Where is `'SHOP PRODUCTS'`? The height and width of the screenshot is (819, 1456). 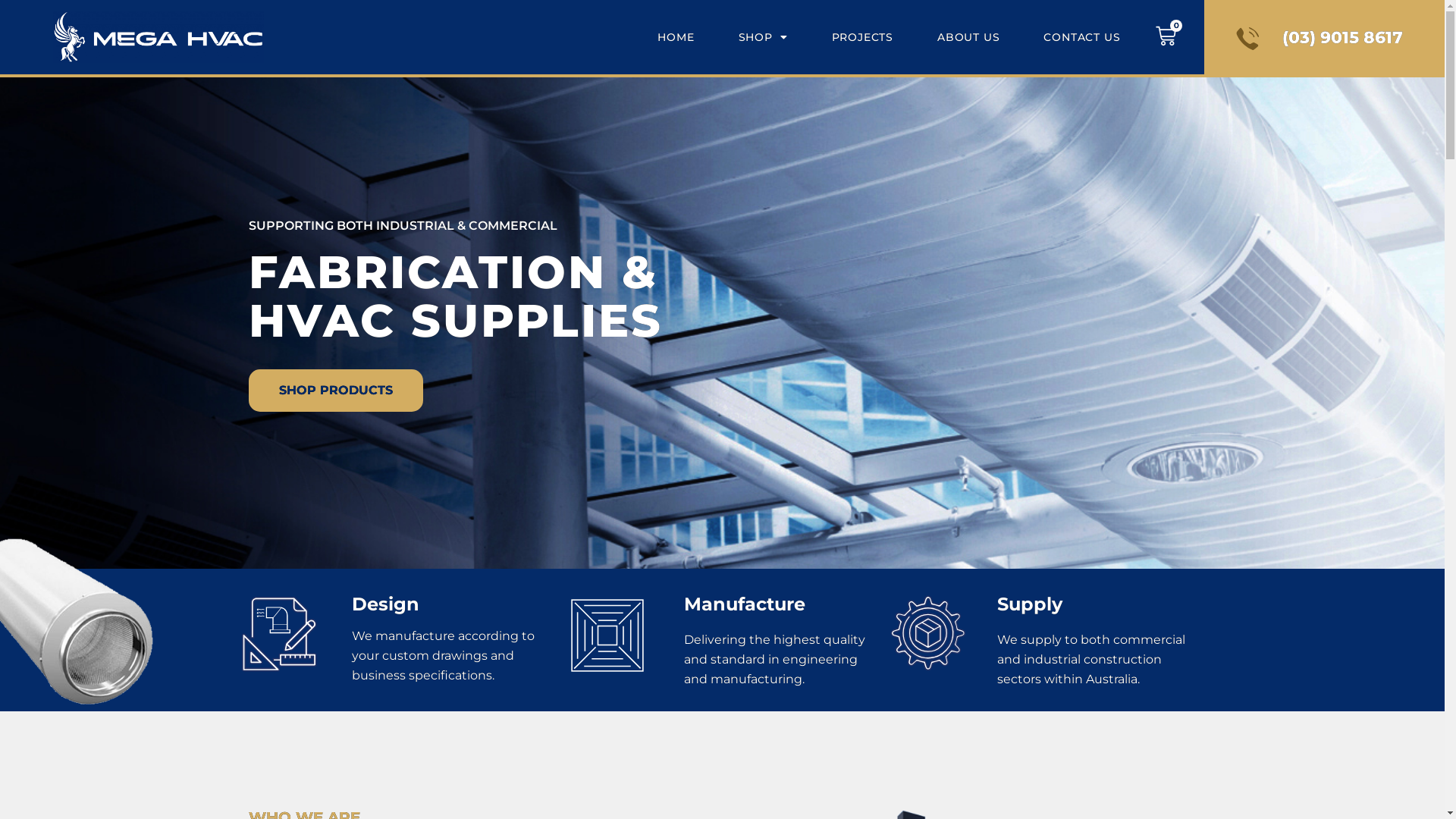
'SHOP PRODUCTS' is located at coordinates (334, 390).